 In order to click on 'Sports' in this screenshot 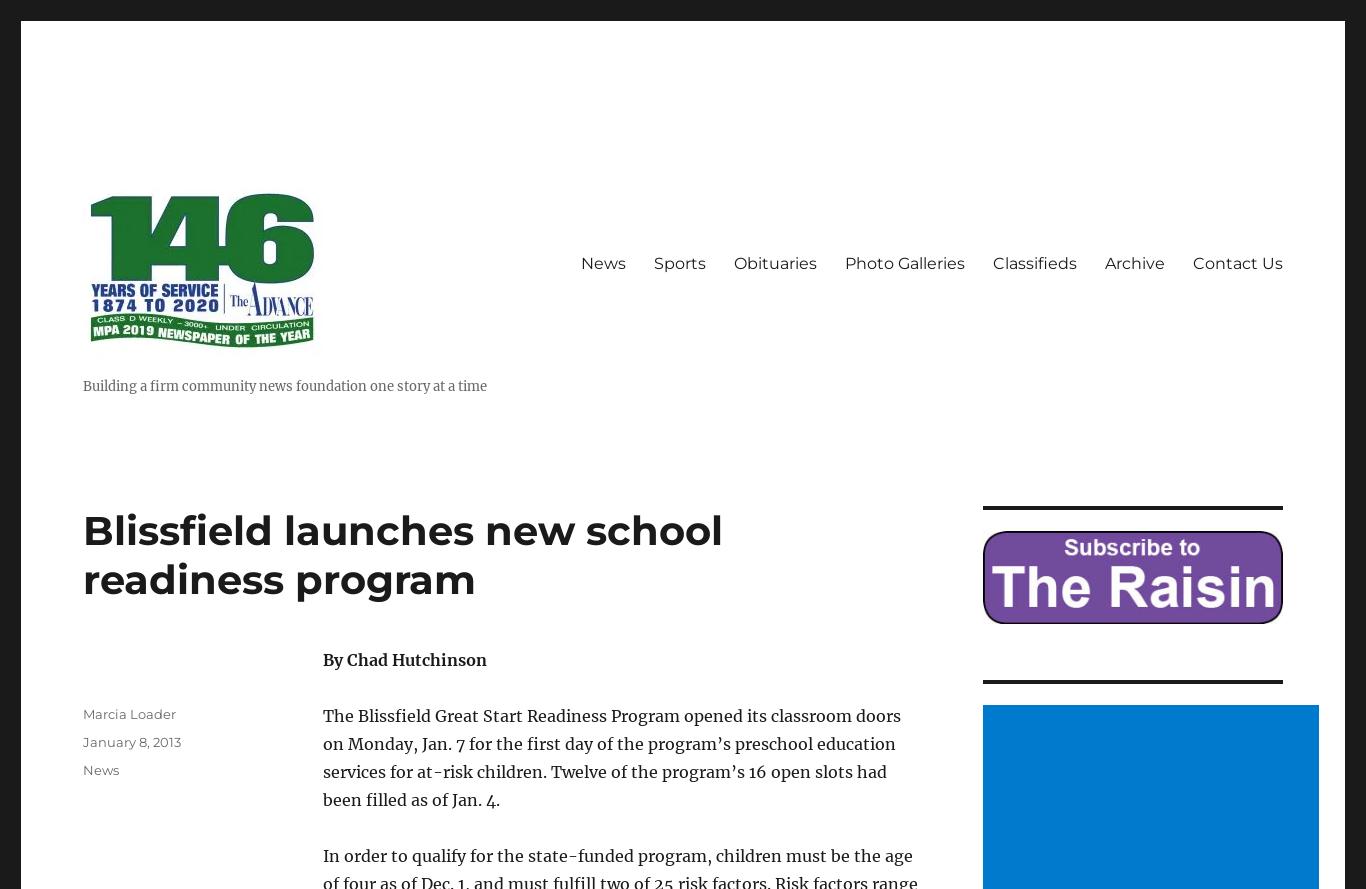, I will do `click(678, 263)`.